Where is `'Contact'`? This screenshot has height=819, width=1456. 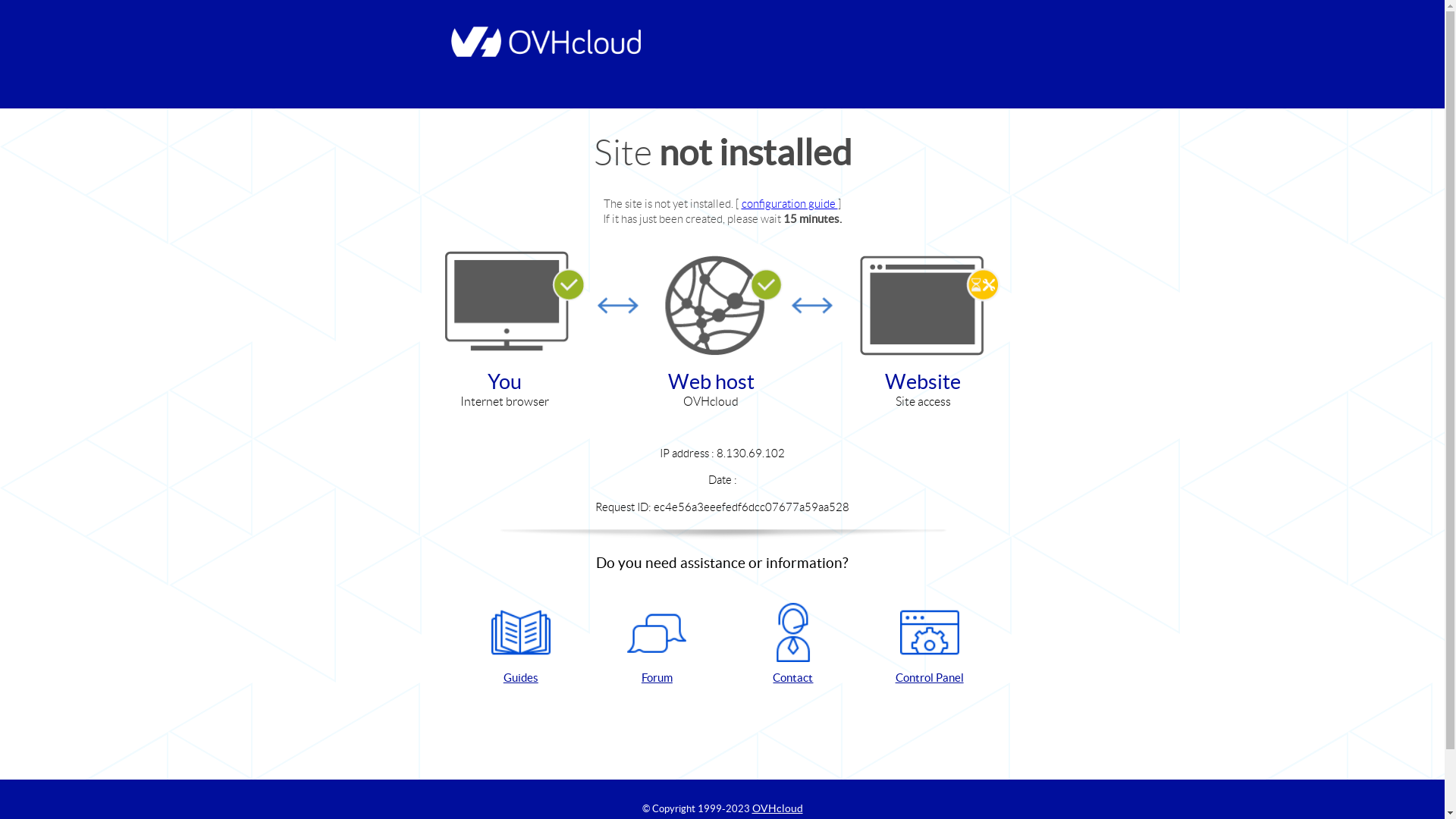
'Contact' is located at coordinates (792, 644).